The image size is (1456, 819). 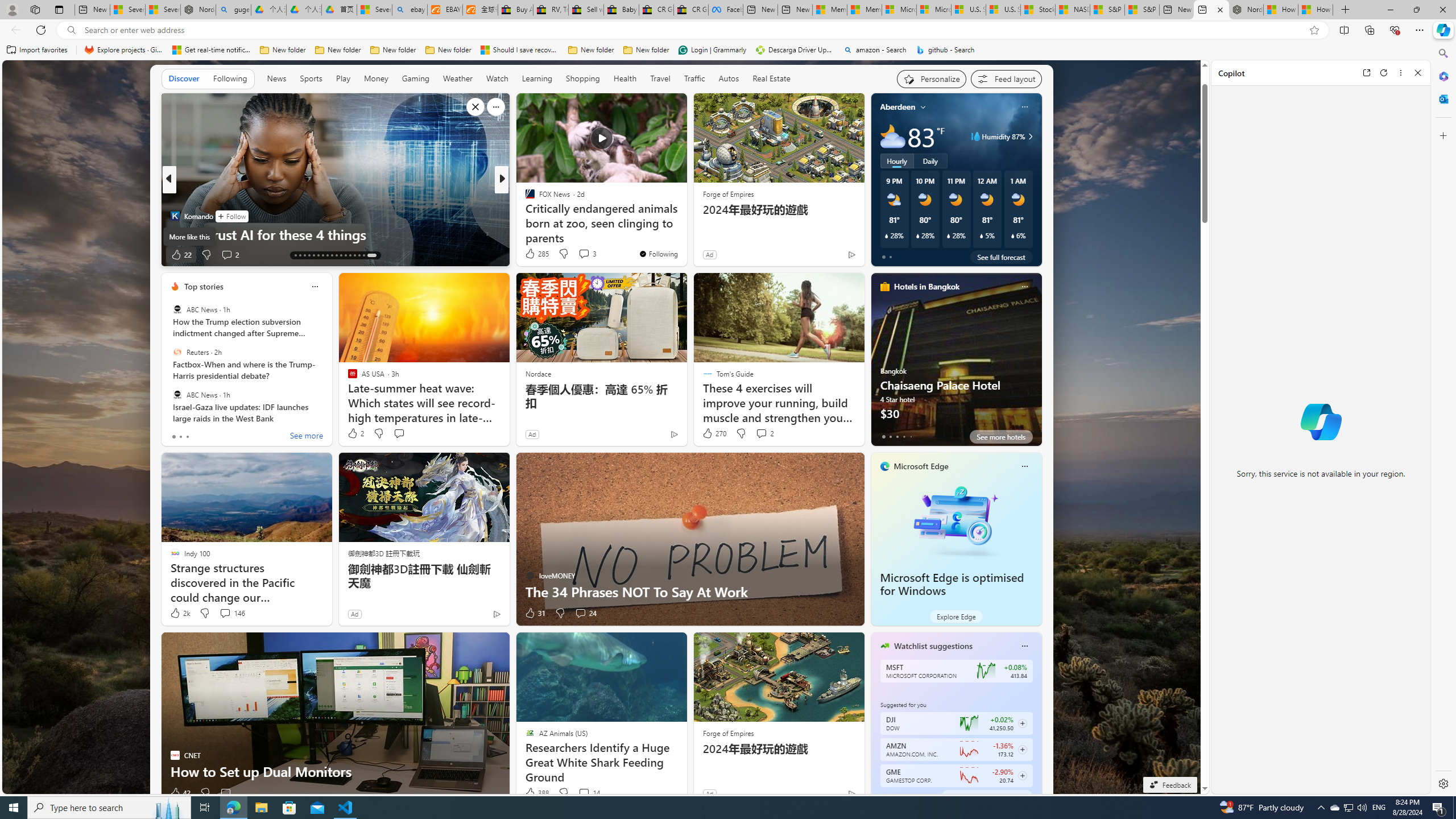 I want to click on 'Travel', so click(x=659, y=78).